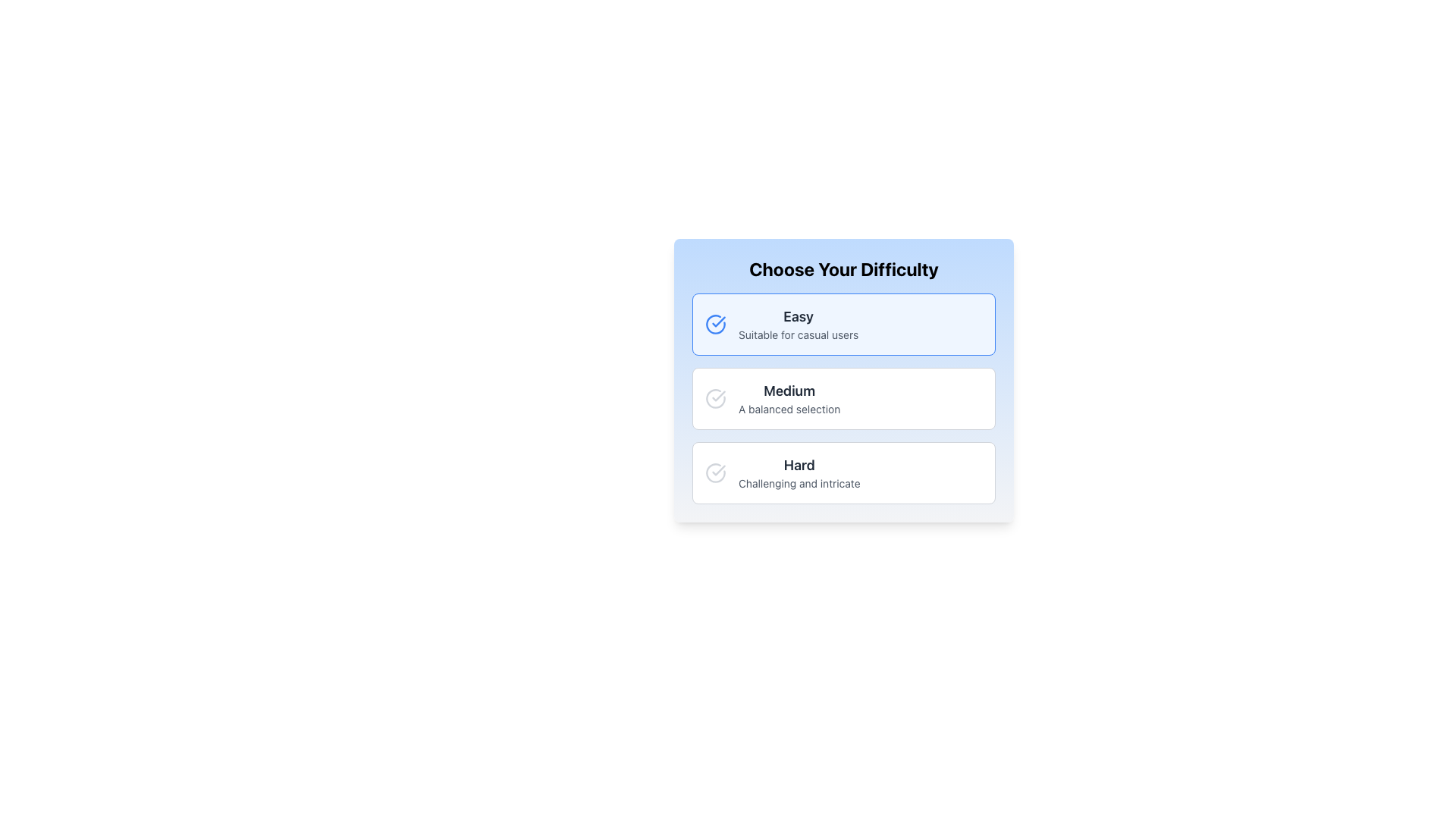 The width and height of the screenshot is (1456, 819). Describe the element at coordinates (715, 324) in the screenshot. I see `the icon that indicates the selection state of the 'Easy' difficulty option` at that location.